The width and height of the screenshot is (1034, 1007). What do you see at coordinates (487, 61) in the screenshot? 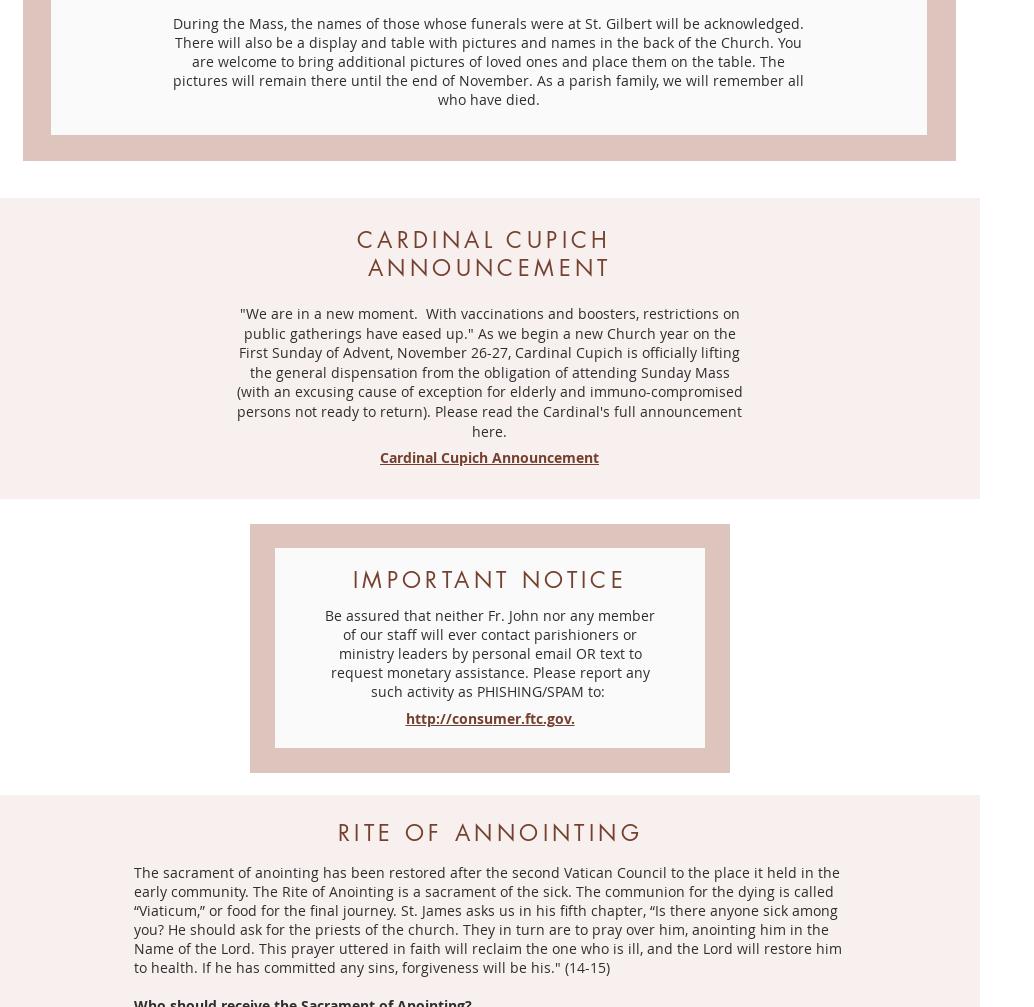
I see `'During the Mass, the names of those whose funerals were at St. Gilbert will be acknowledged. There will also be a display and table with pictures and names in the back of the Church. You are welcome to bring additional pictures of loved ones and place them on the table. The pictures will remain there until the end of November. As a parish family, we will remember all who have died.'` at bounding box center [487, 61].